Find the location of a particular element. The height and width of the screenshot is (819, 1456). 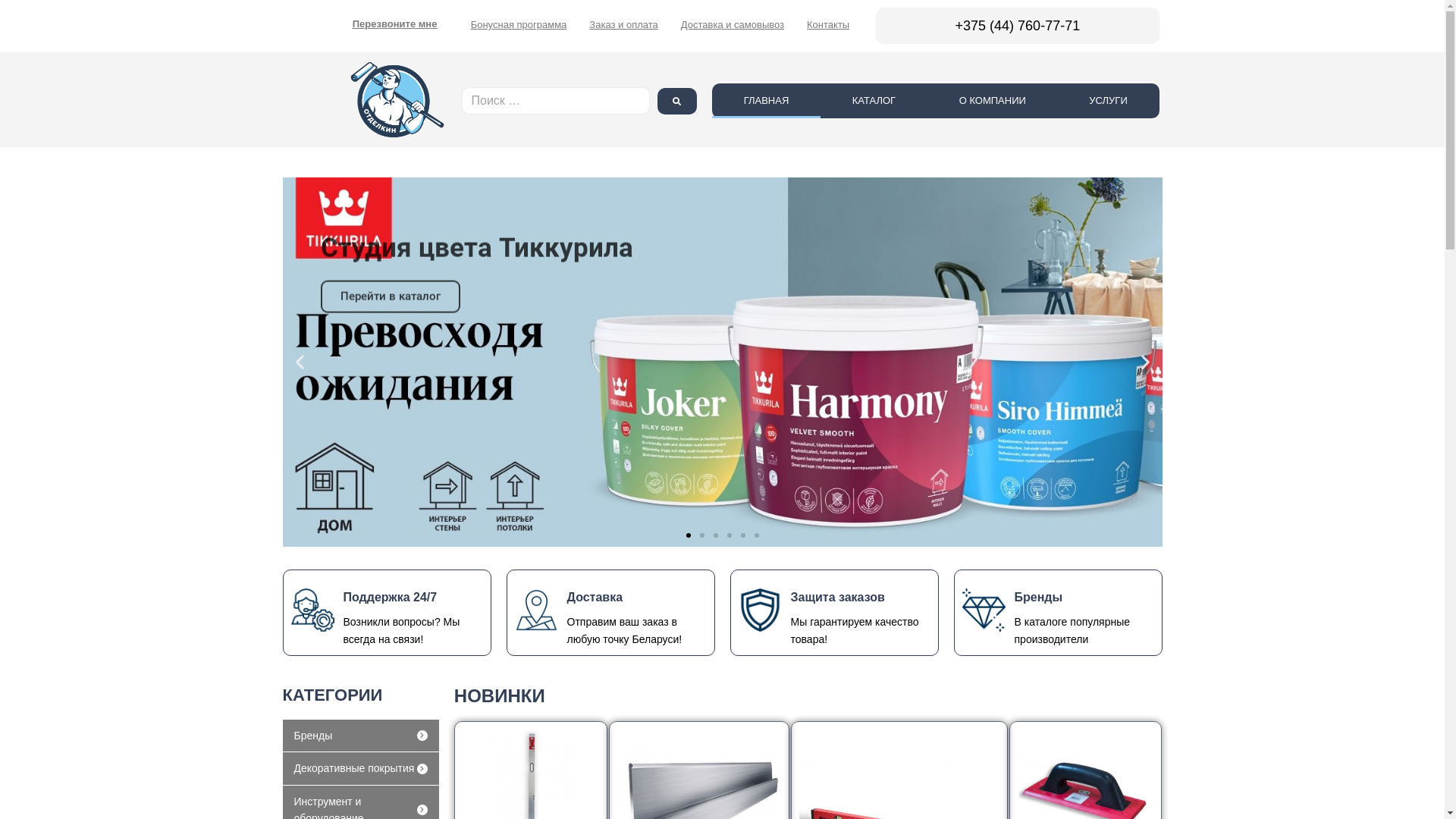

'+375 (44) 760-77-71' is located at coordinates (1018, 26).